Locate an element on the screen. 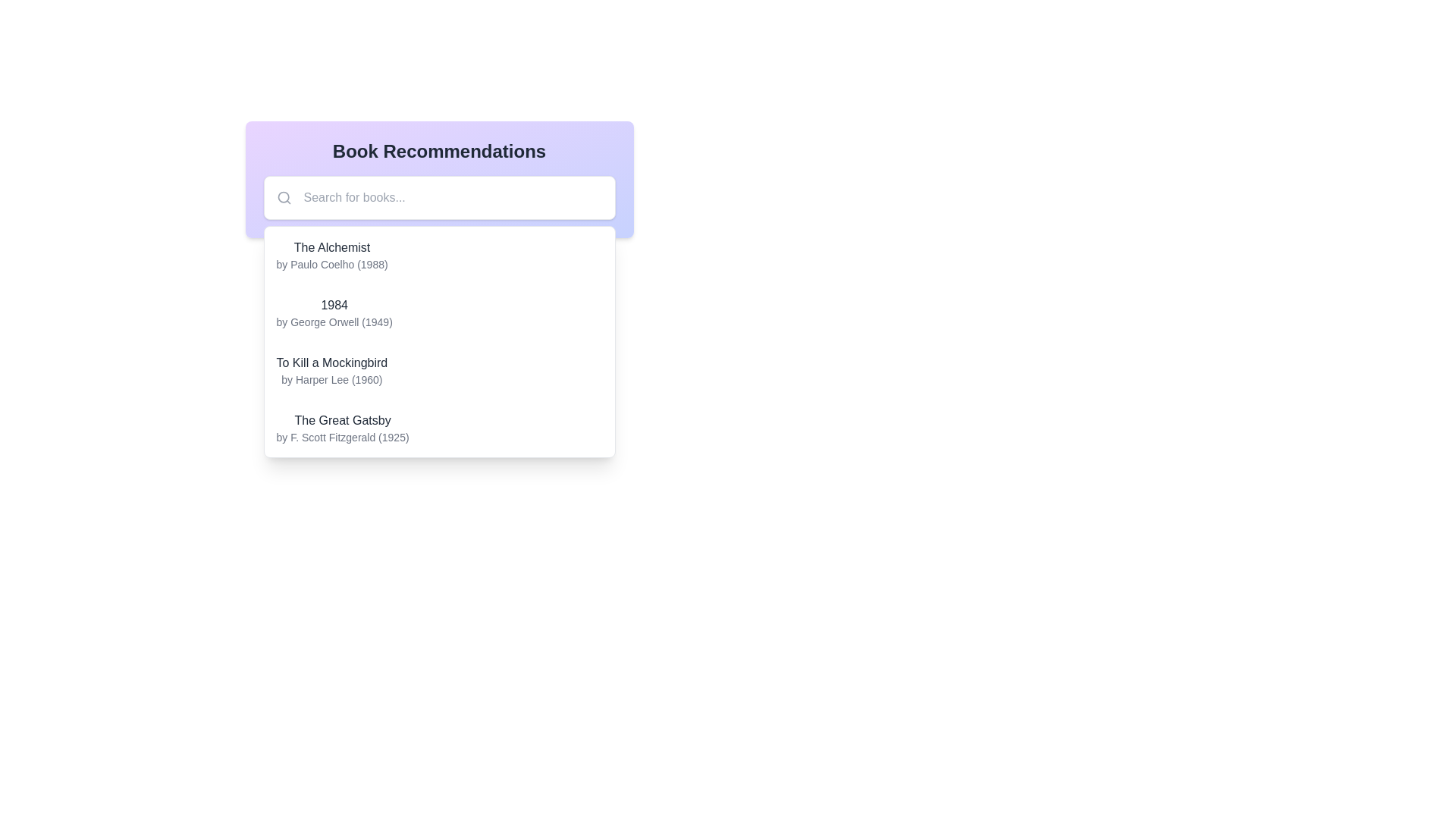 The width and height of the screenshot is (1456, 819). text content of the book entry displaying 'To Kill a Mockingbird' by Harper Lee (1960), which is the third entry in the list of book recommendations is located at coordinates (331, 371).